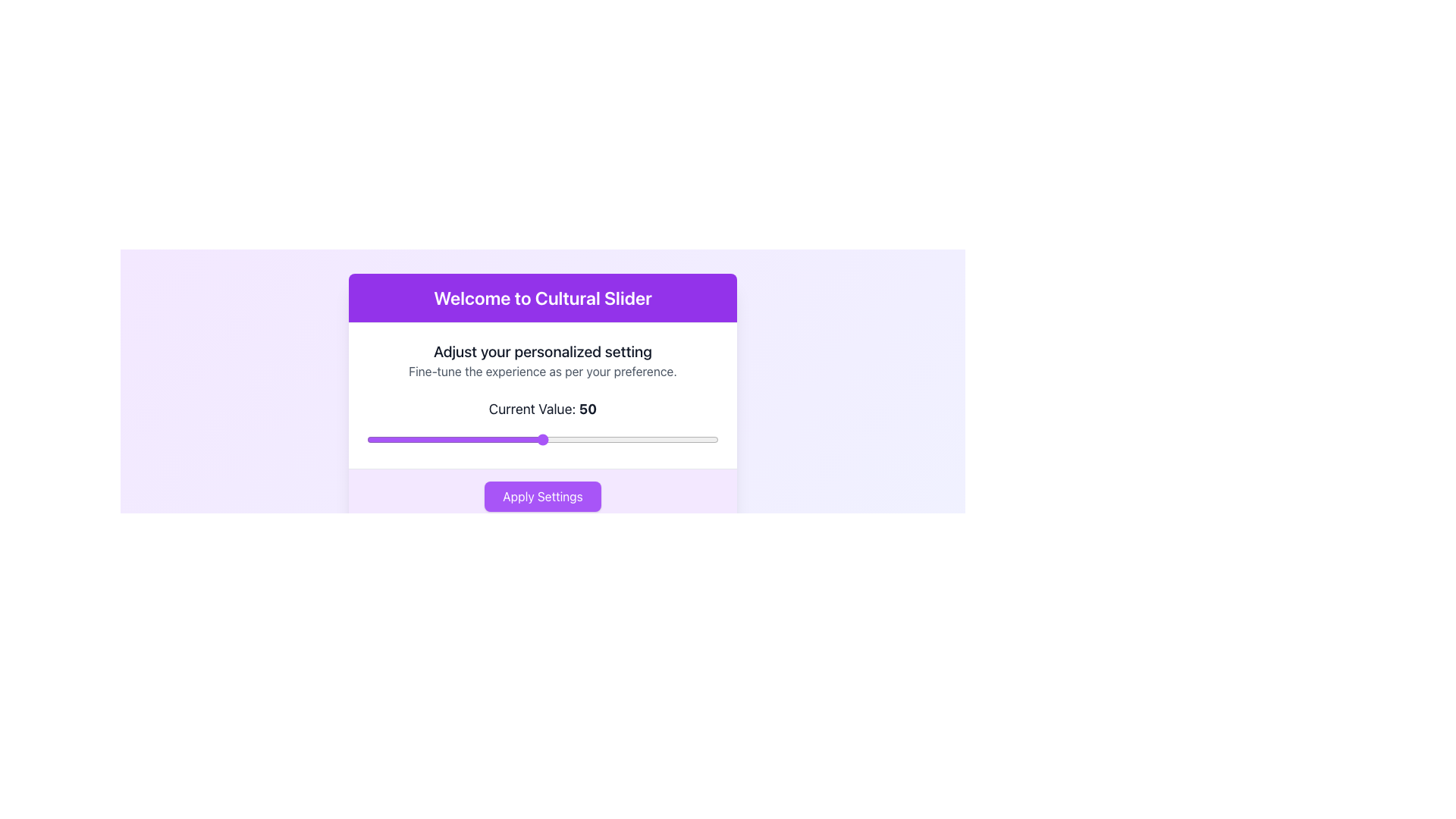 This screenshot has width=1456, height=819. Describe the element at coordinates (454, 439) in the screenshot. I see `the slider` at that location.